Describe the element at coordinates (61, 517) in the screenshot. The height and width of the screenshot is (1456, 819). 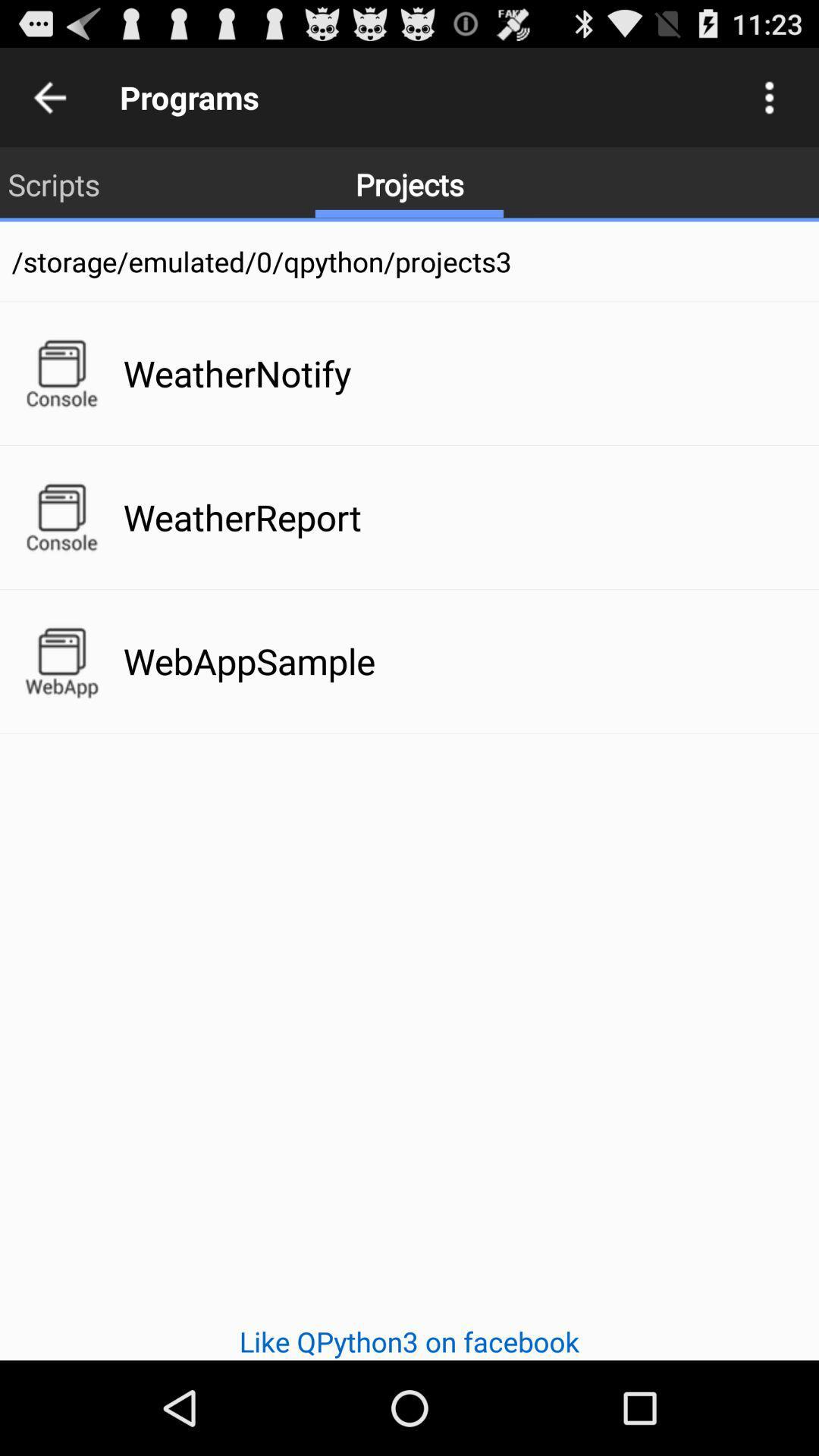
I see `the second icon below projects` at that location.